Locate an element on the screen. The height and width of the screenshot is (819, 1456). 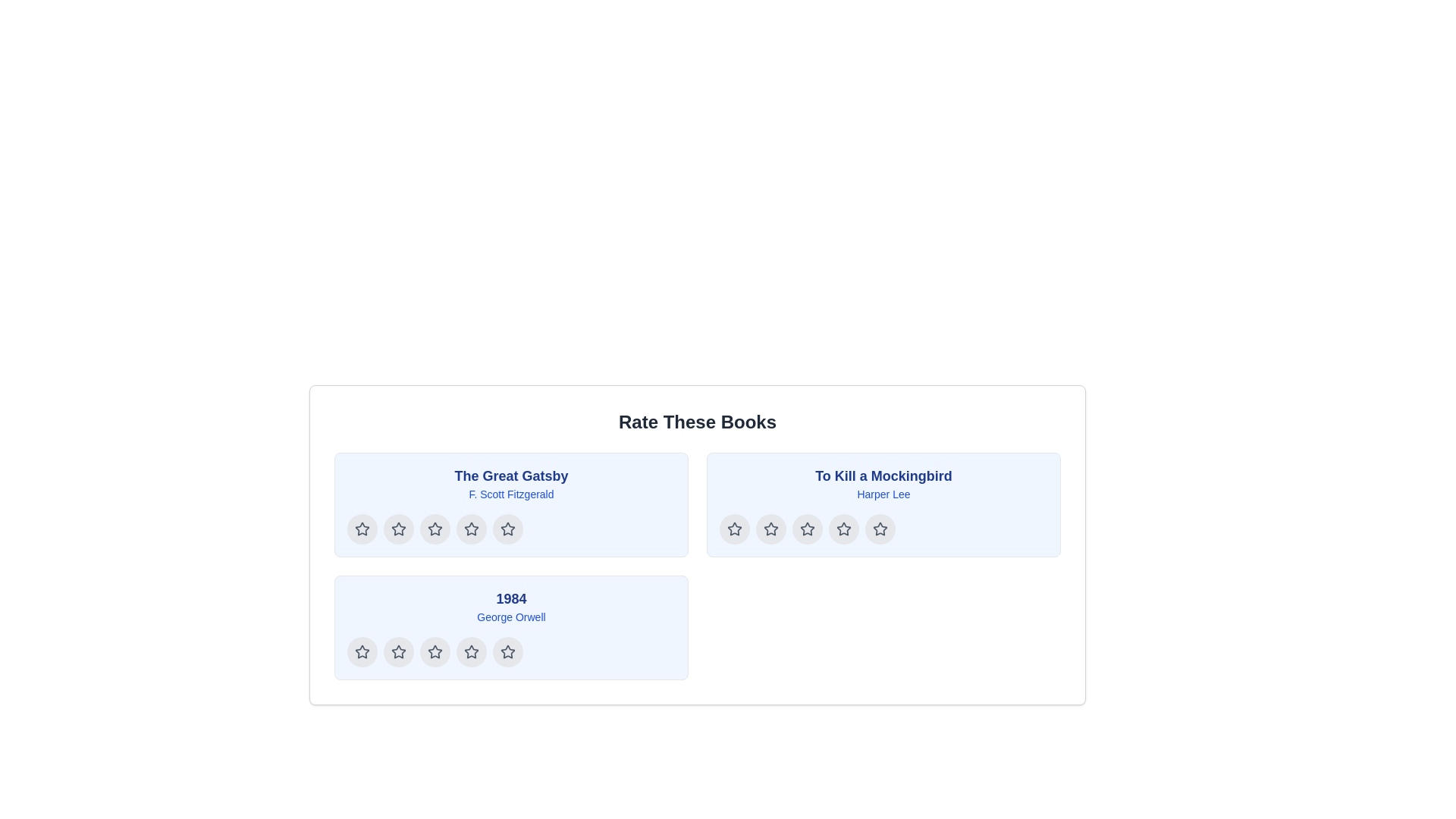
the interactive star icon for keyboard interaction is located at coordinates (362, 528).